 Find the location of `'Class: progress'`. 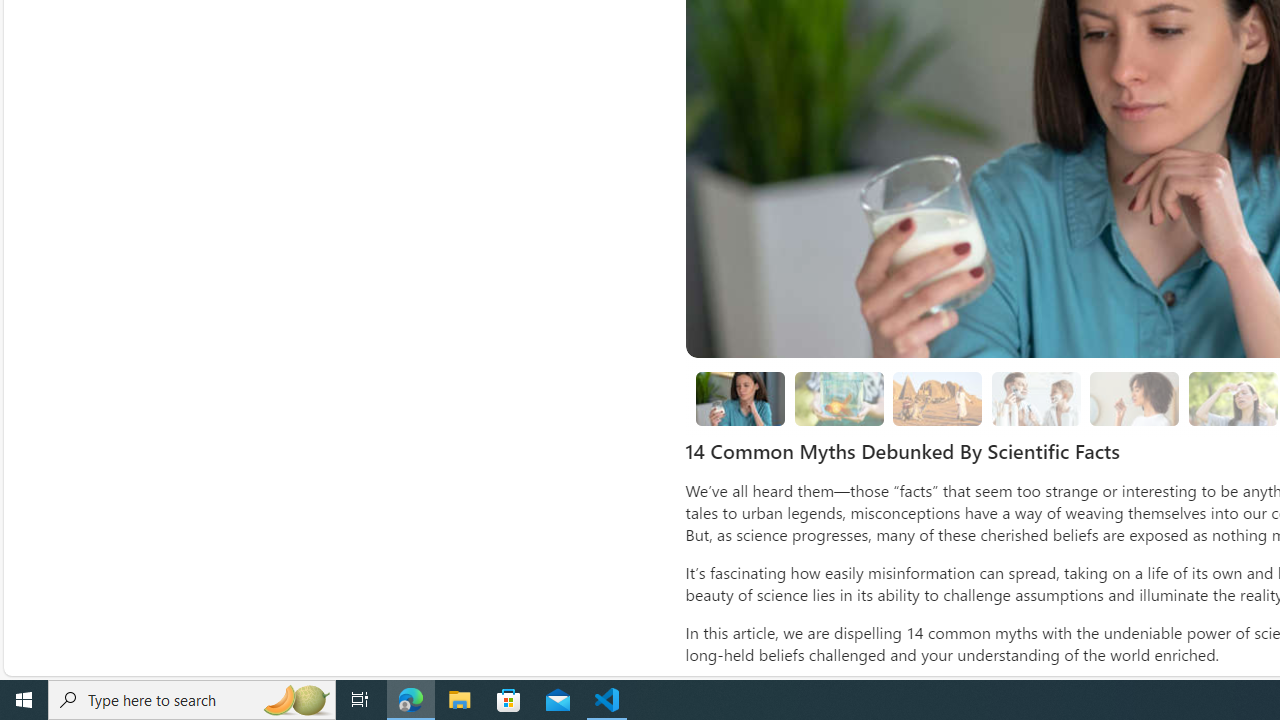

'Class: progress' is located at coordinates (1134, 395).